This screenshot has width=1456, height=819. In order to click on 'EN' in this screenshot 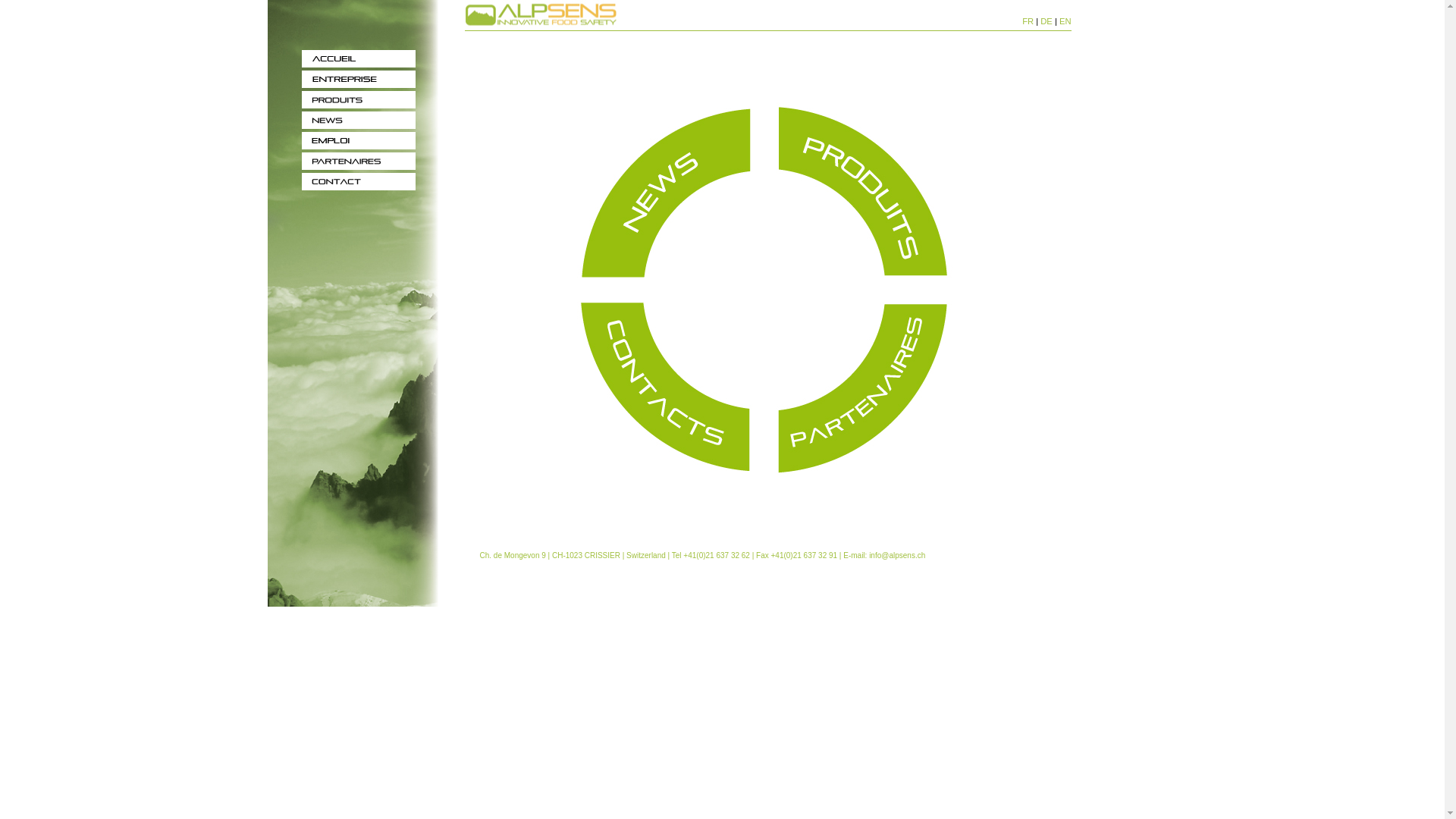, I will do `click(1065, 20)`.